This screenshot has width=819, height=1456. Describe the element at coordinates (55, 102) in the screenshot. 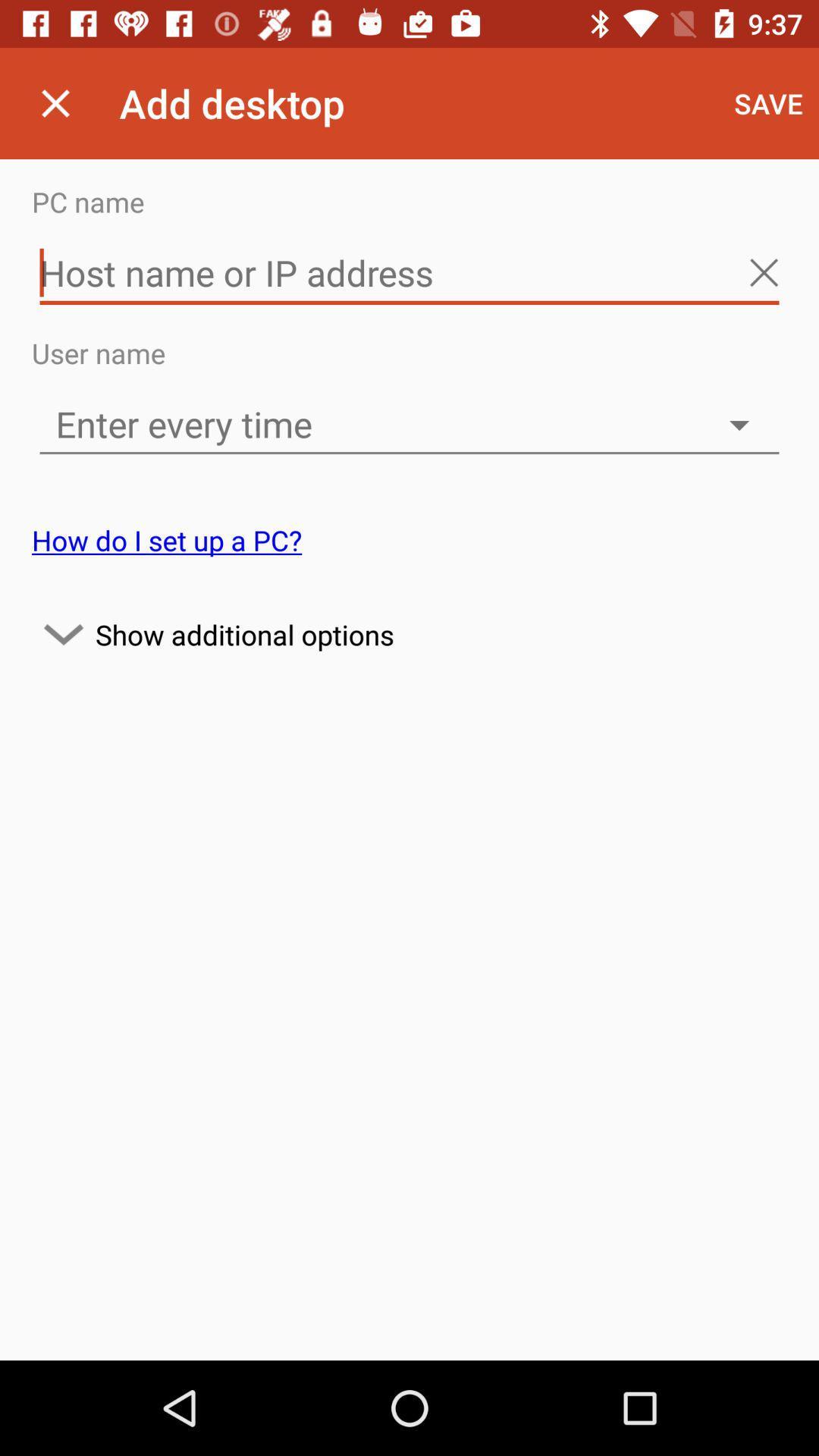

I see `the item to the left of the add desktop` at that location.